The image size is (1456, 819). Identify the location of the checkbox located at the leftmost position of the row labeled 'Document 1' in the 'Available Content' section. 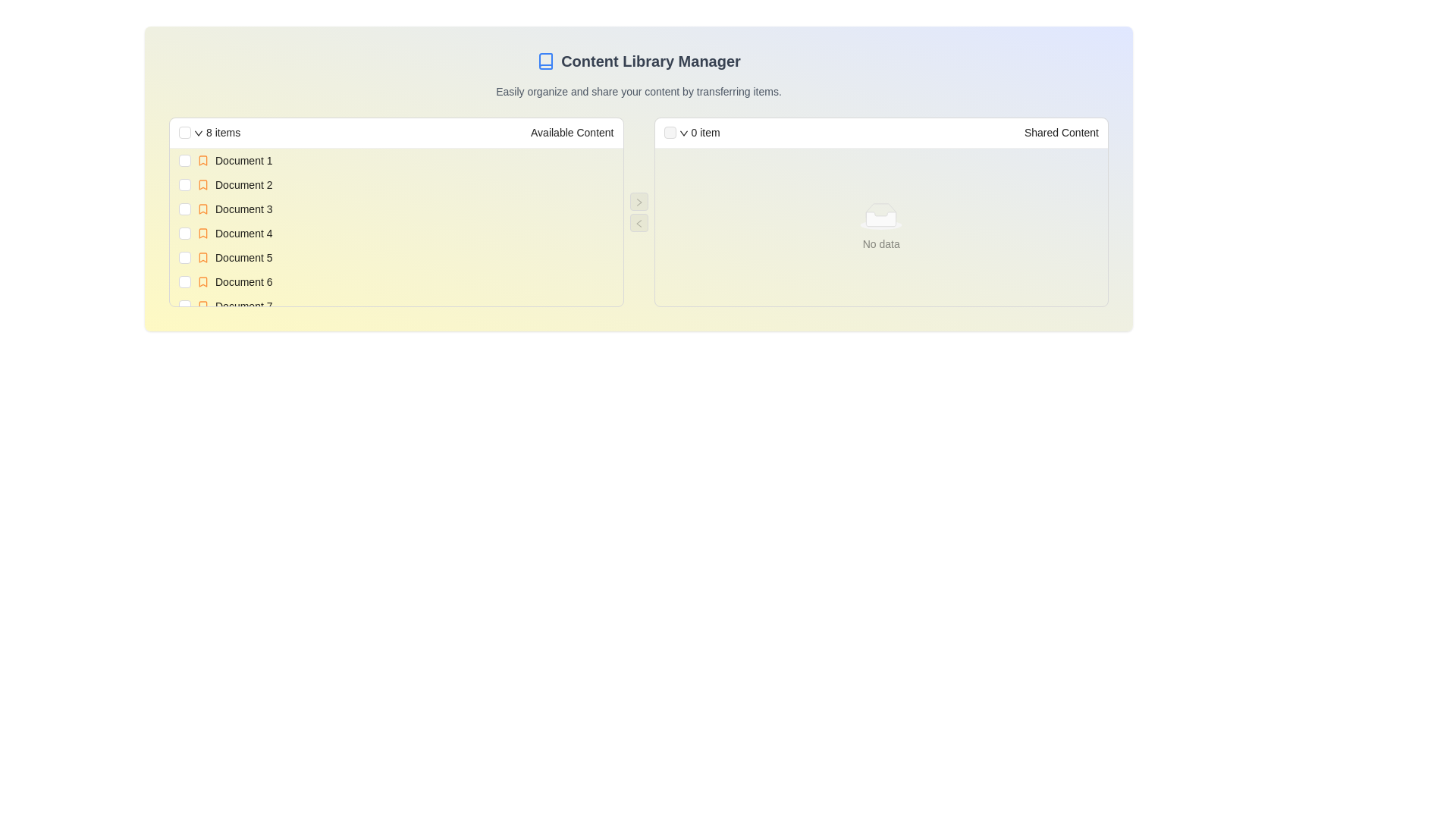
(184, 161).